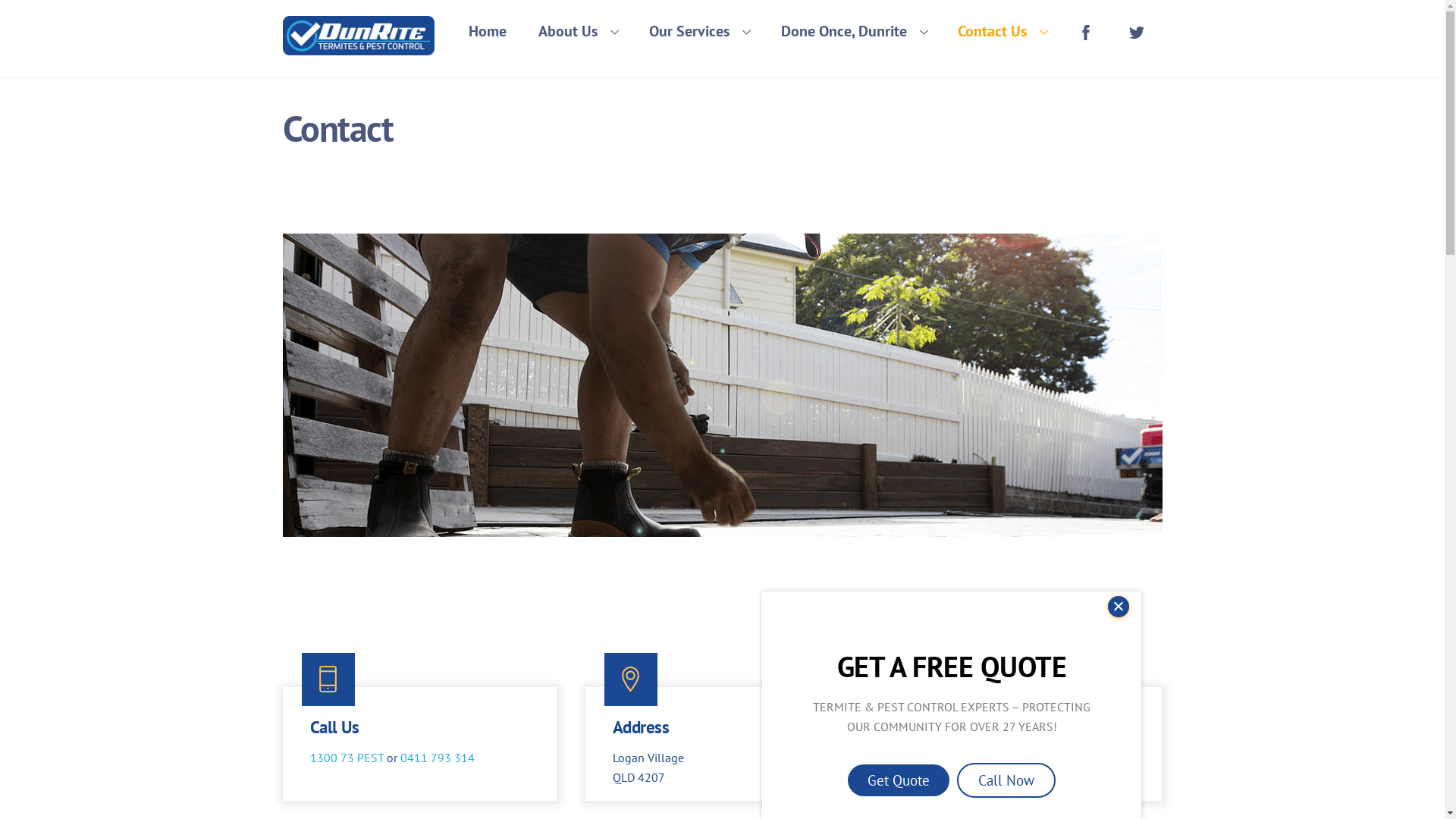 Image resolution: width=1456 pixels, height=819 pixels. I want to click on 'Dunrite Termites & Pest Control', so click(356, 44).